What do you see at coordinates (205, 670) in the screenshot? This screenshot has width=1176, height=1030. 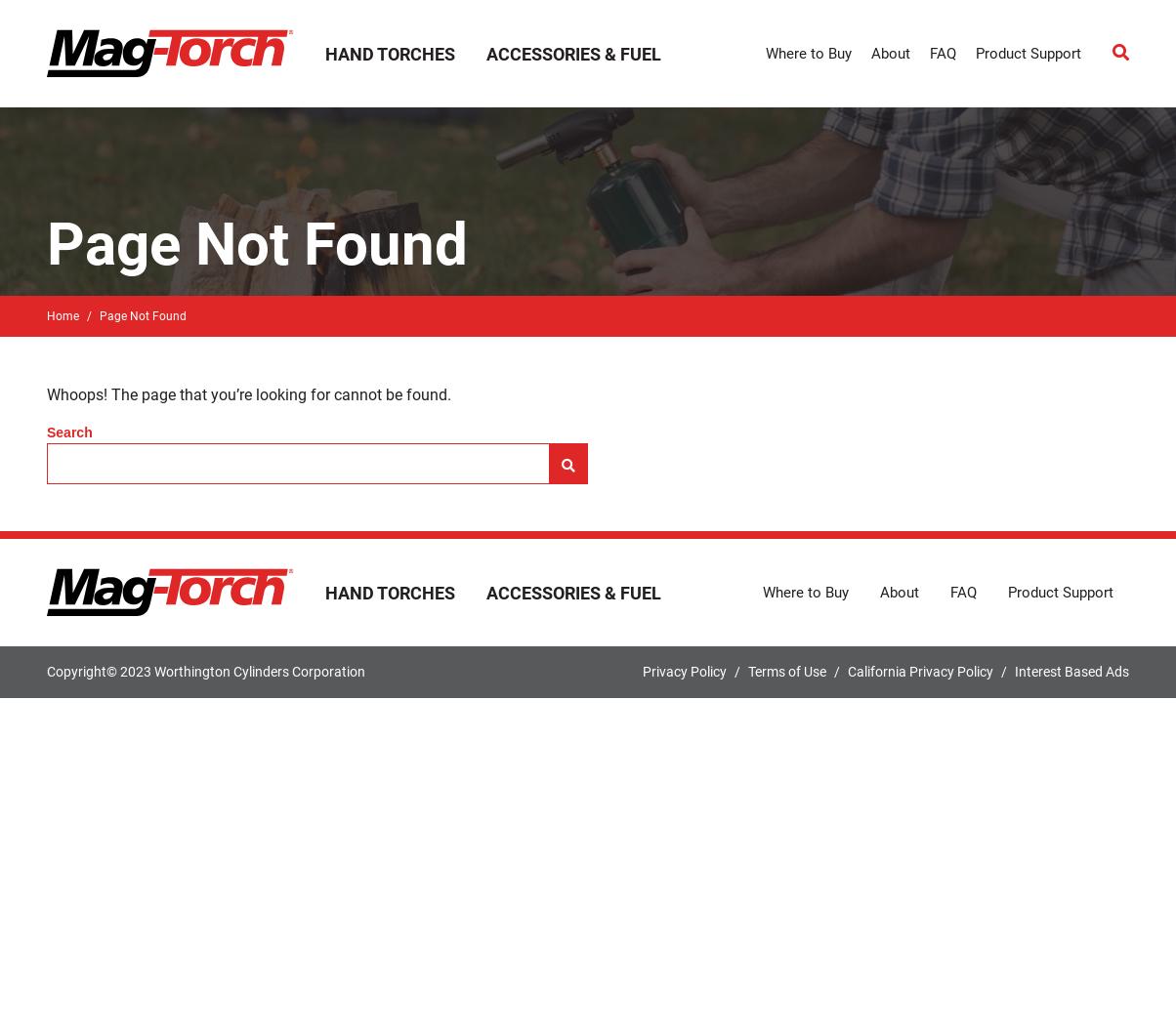 I see `'Copyright© 2023 Worthington Cylinders Corporation'` at bounding box center [205, 670].